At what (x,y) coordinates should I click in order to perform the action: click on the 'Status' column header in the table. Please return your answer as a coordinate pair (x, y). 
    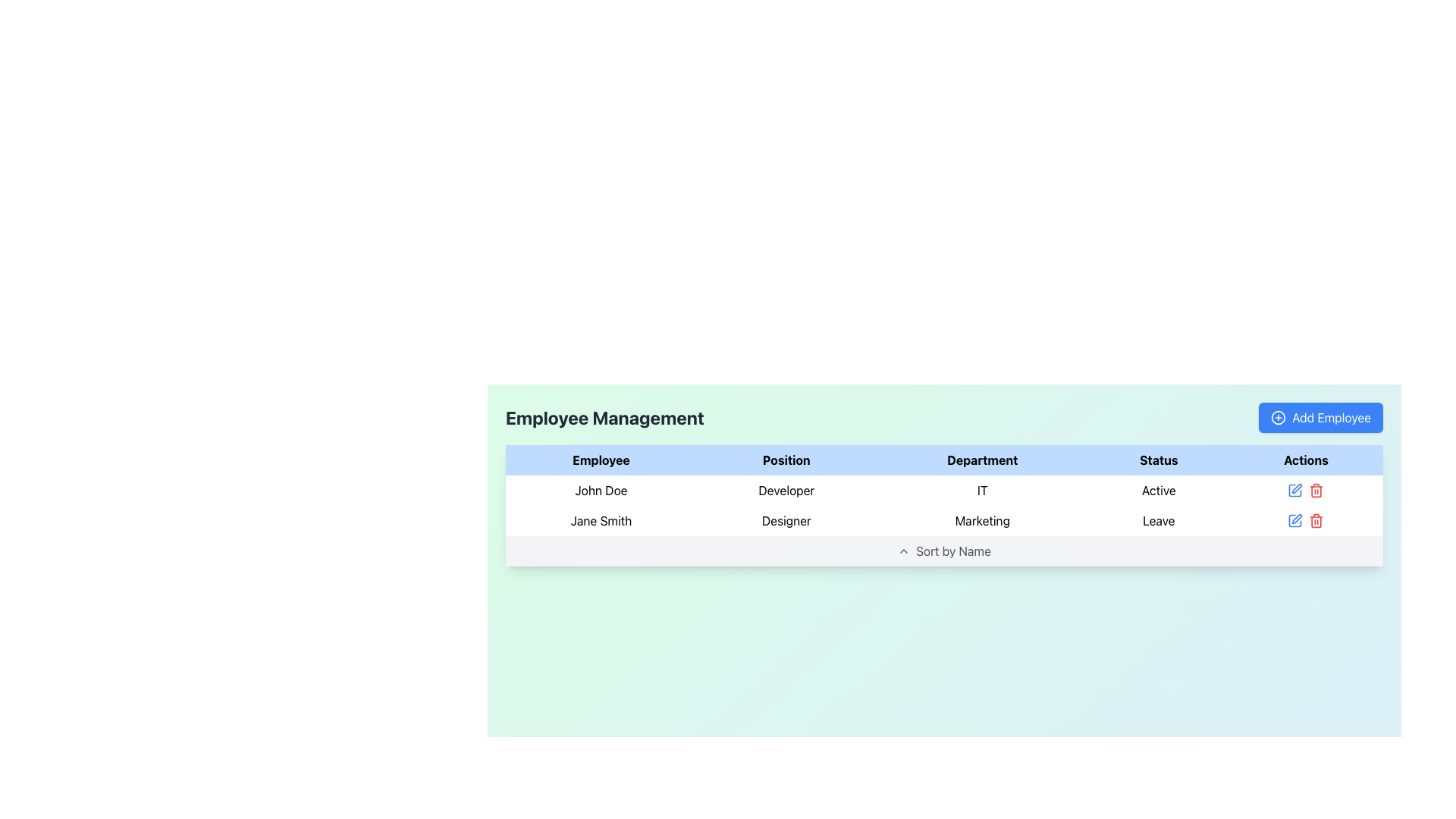
    Looking at the image, I should click on (1158, 459).